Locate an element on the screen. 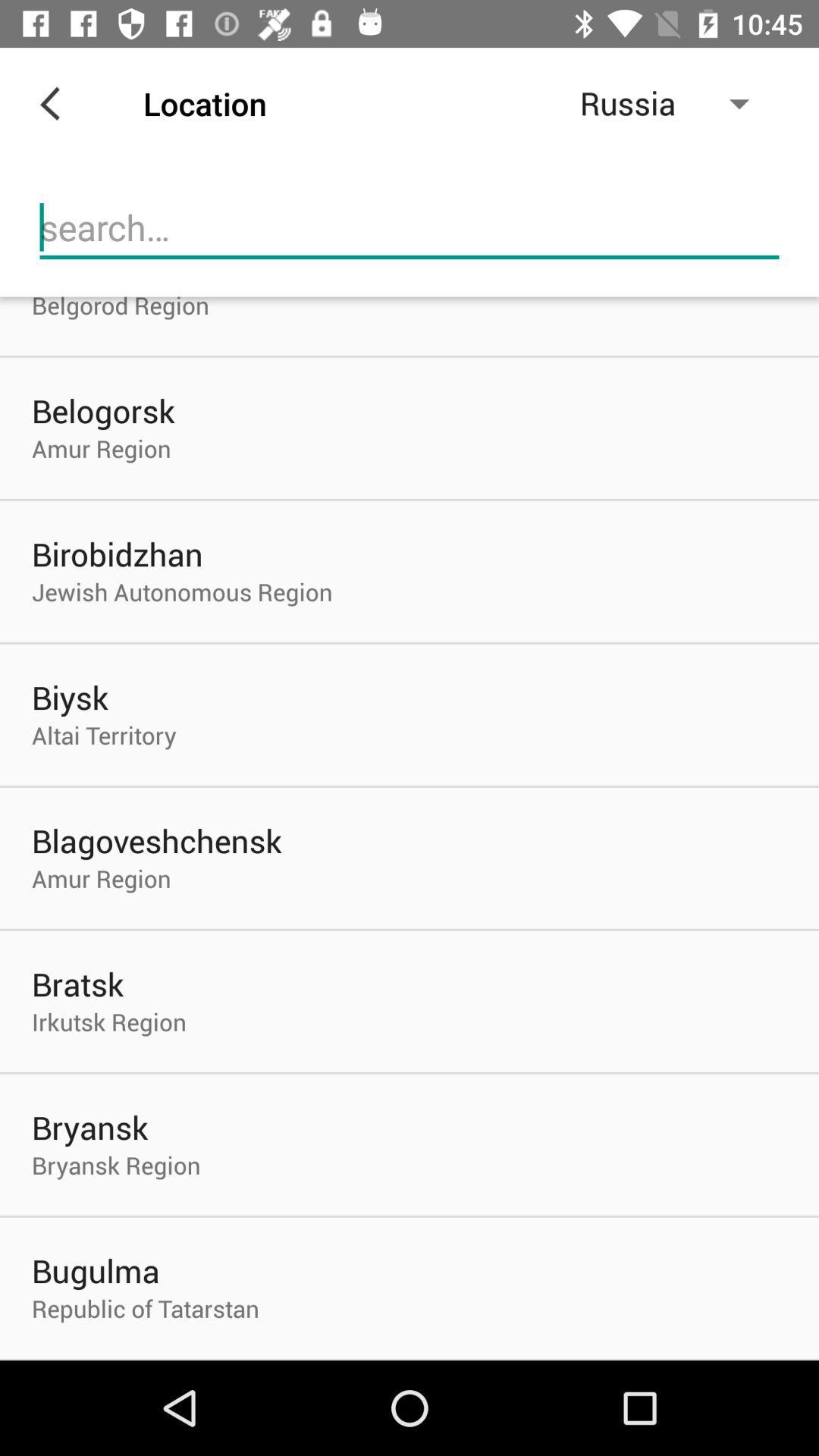 This screenshot has width=819, height=1456. taxi and other transport.different rates is located at coordinates (409, 227).